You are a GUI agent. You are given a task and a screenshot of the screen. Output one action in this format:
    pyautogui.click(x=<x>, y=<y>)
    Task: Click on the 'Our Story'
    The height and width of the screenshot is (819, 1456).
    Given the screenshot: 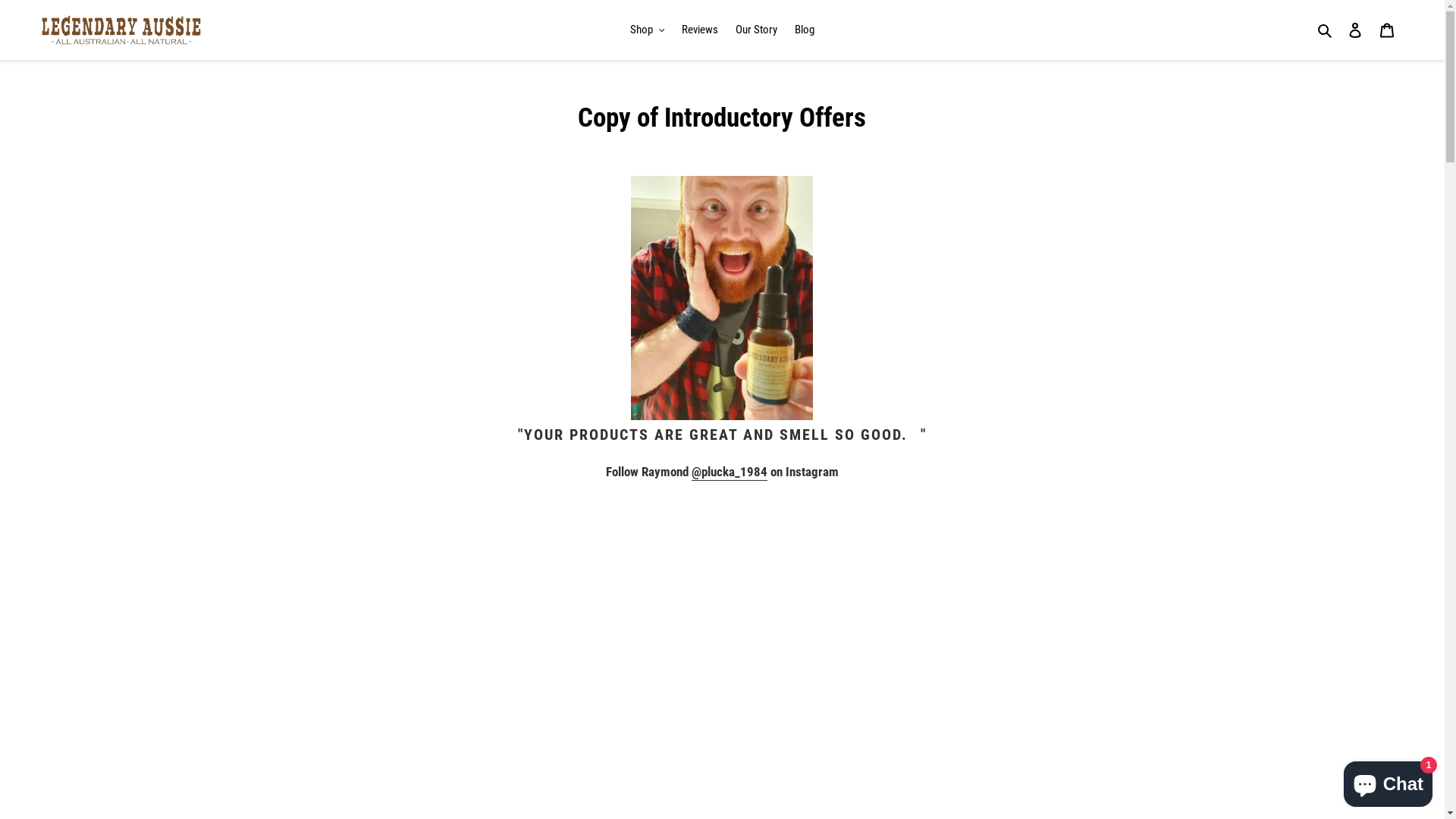 What is the action you would take?
    pyautogui.click(x=728, y=30)
    